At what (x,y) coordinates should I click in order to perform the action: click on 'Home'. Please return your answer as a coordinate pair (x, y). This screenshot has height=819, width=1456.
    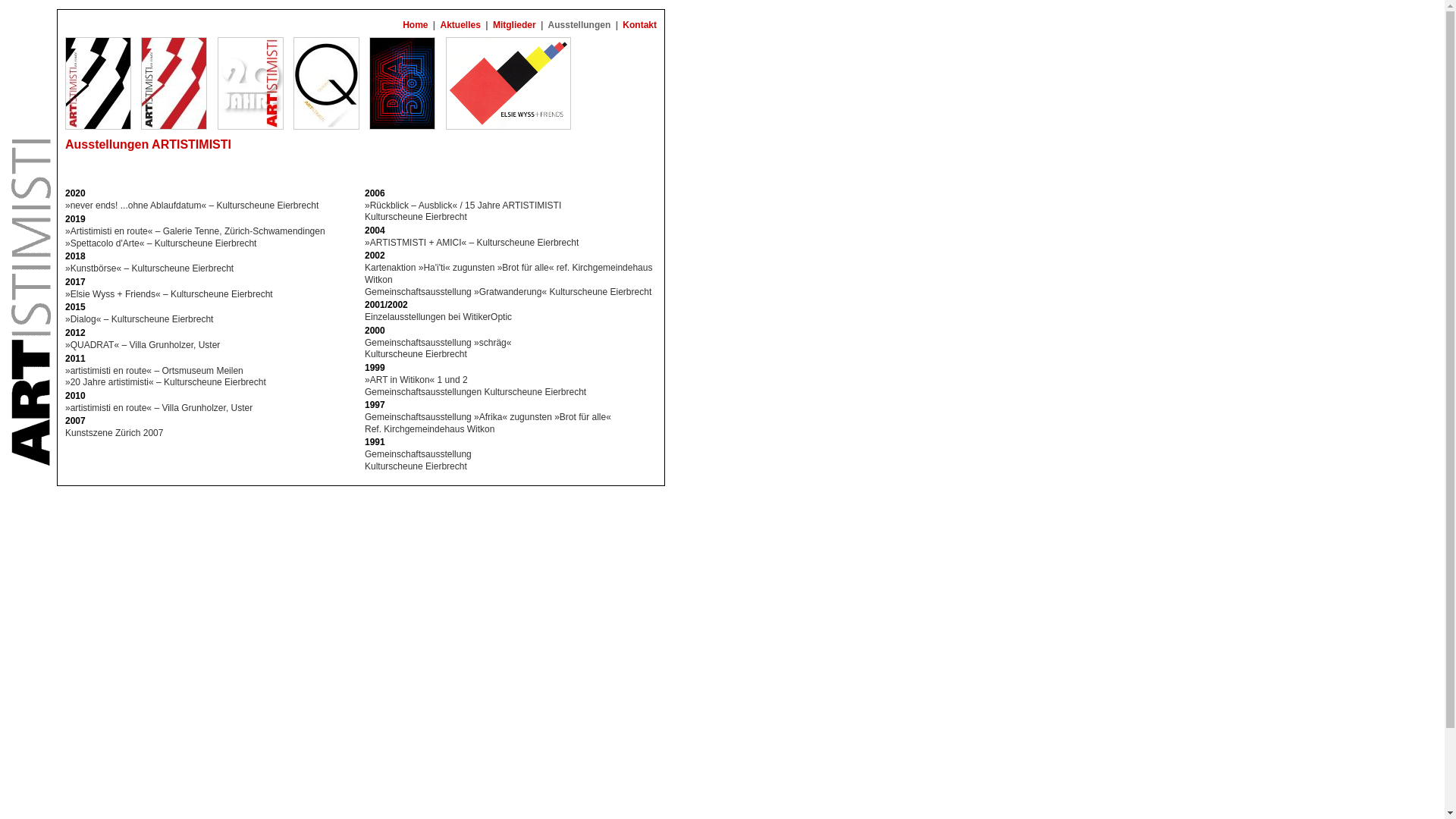
    Looking at the image, I should click on (415, 25).